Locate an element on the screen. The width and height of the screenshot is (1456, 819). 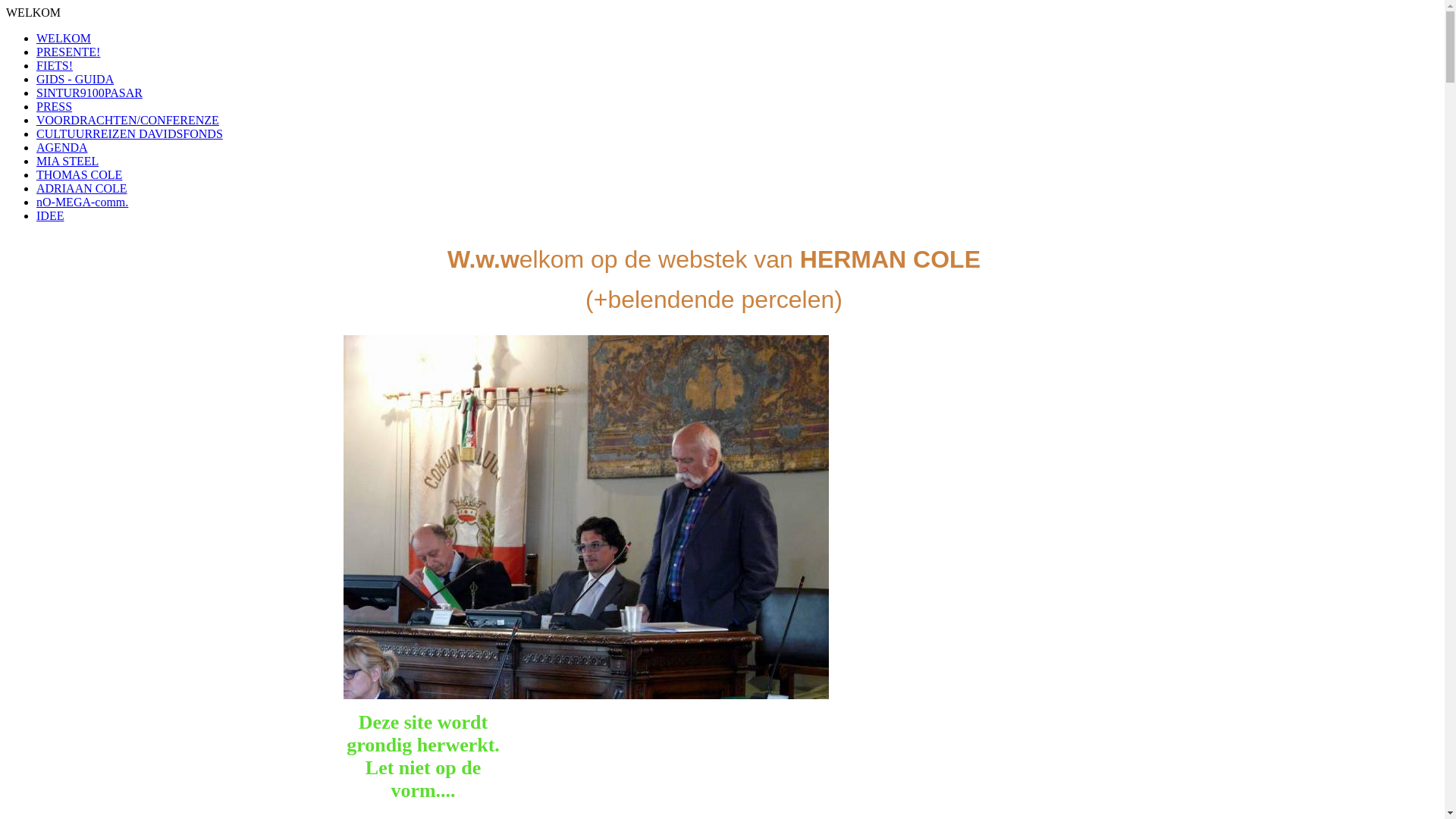
'FIETS!' is located at coordinates (55, 64).